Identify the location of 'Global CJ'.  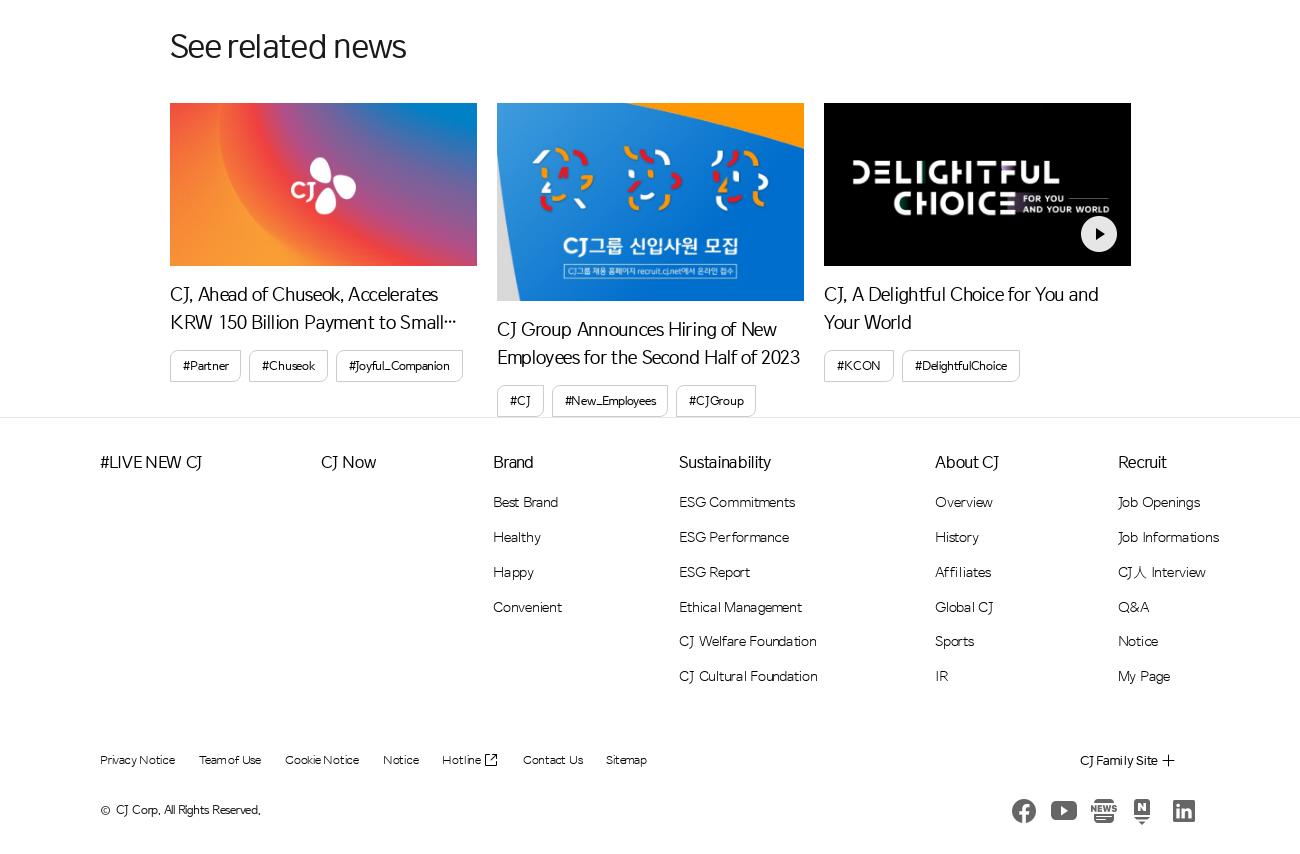
(963, 606).